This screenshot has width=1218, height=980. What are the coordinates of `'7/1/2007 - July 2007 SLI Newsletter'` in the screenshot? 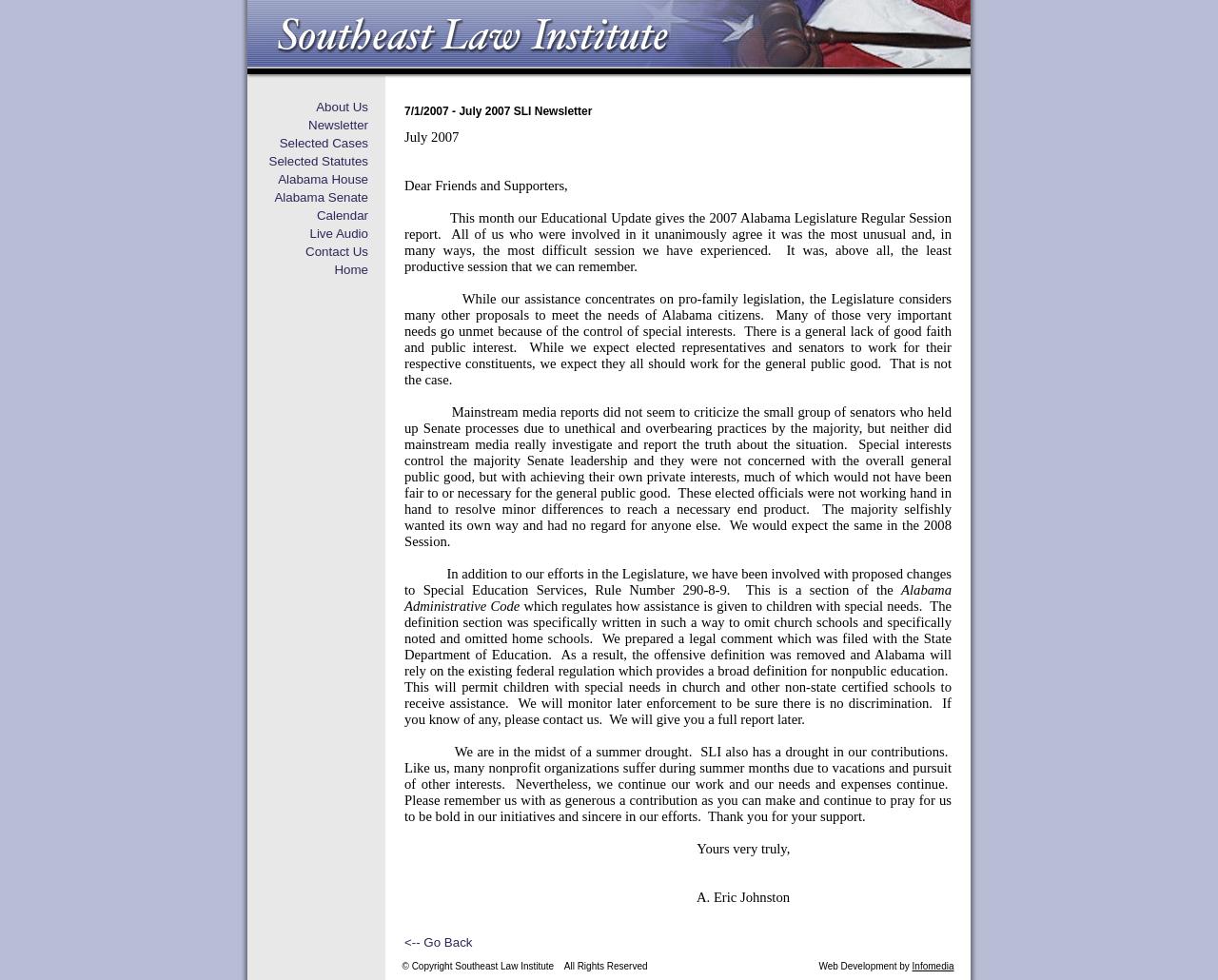 It's located at (498, 110).